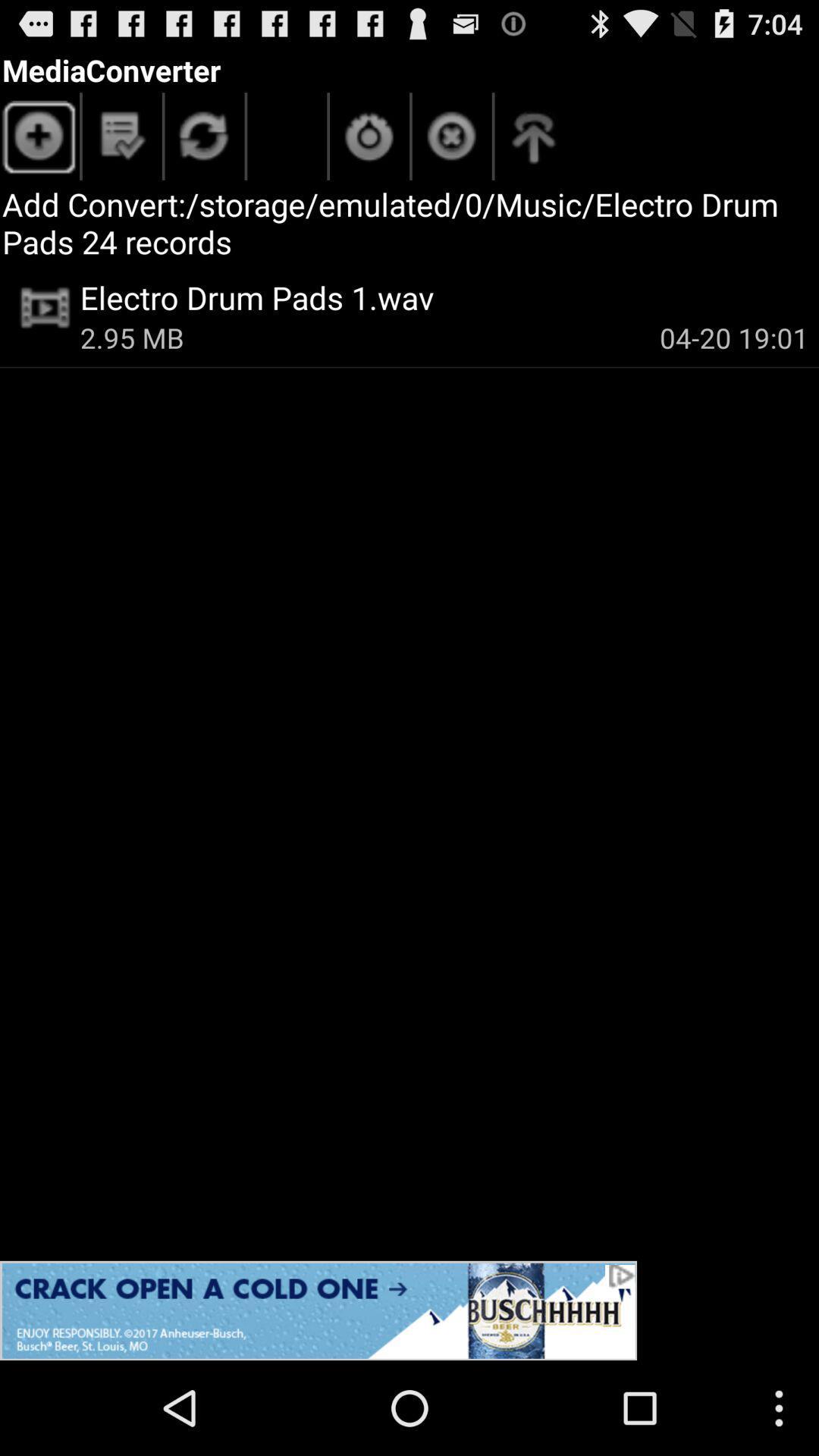 The image size is (819, 1456). What do you see at coordinates (327, 136) in the screenshot?
I see `the alternative black line which is beside reload button` at bounding box center [327, 136].